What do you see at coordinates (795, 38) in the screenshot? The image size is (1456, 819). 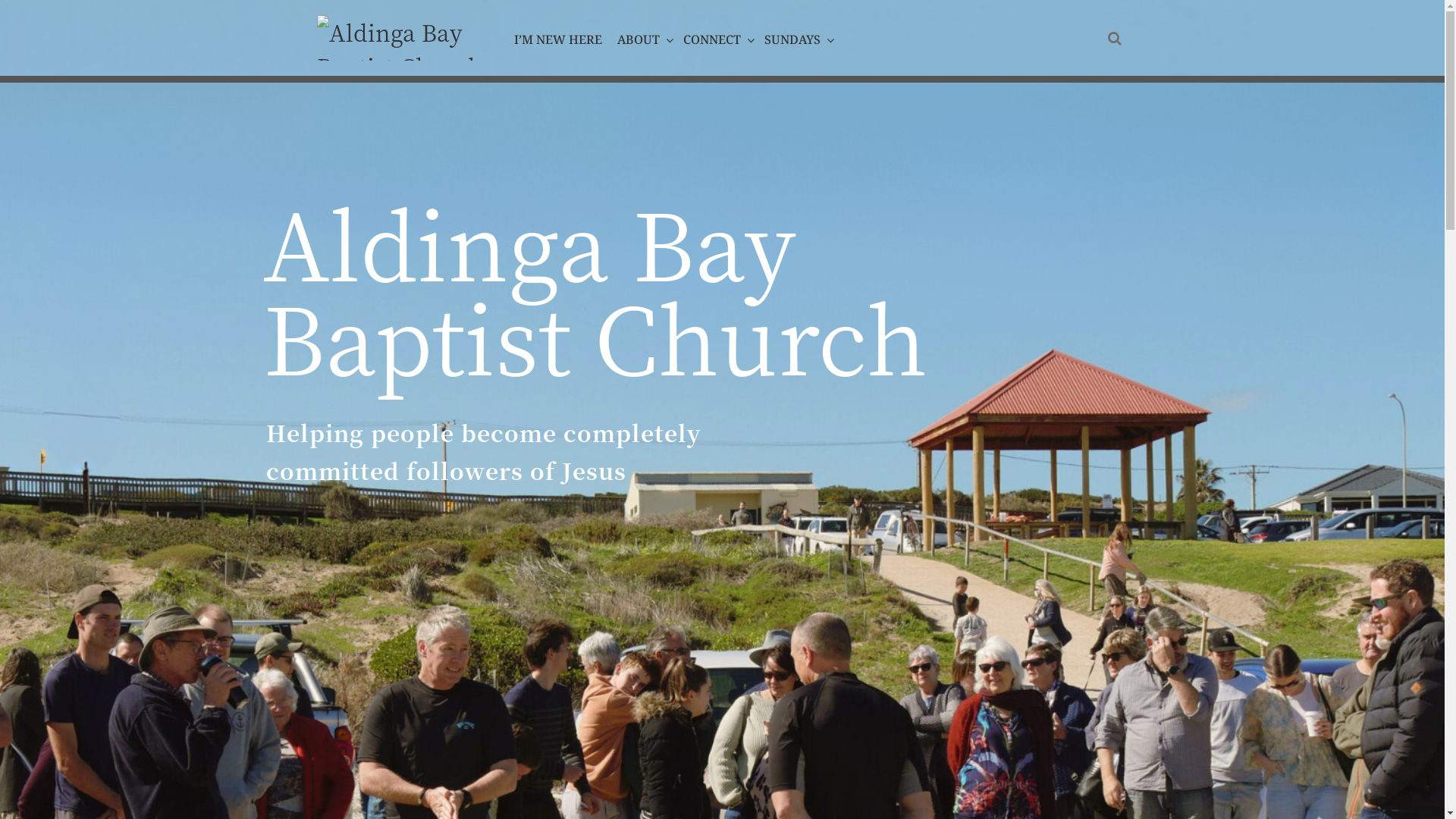 I see `'SUNDAYS'` at bounding box center [795, 38].